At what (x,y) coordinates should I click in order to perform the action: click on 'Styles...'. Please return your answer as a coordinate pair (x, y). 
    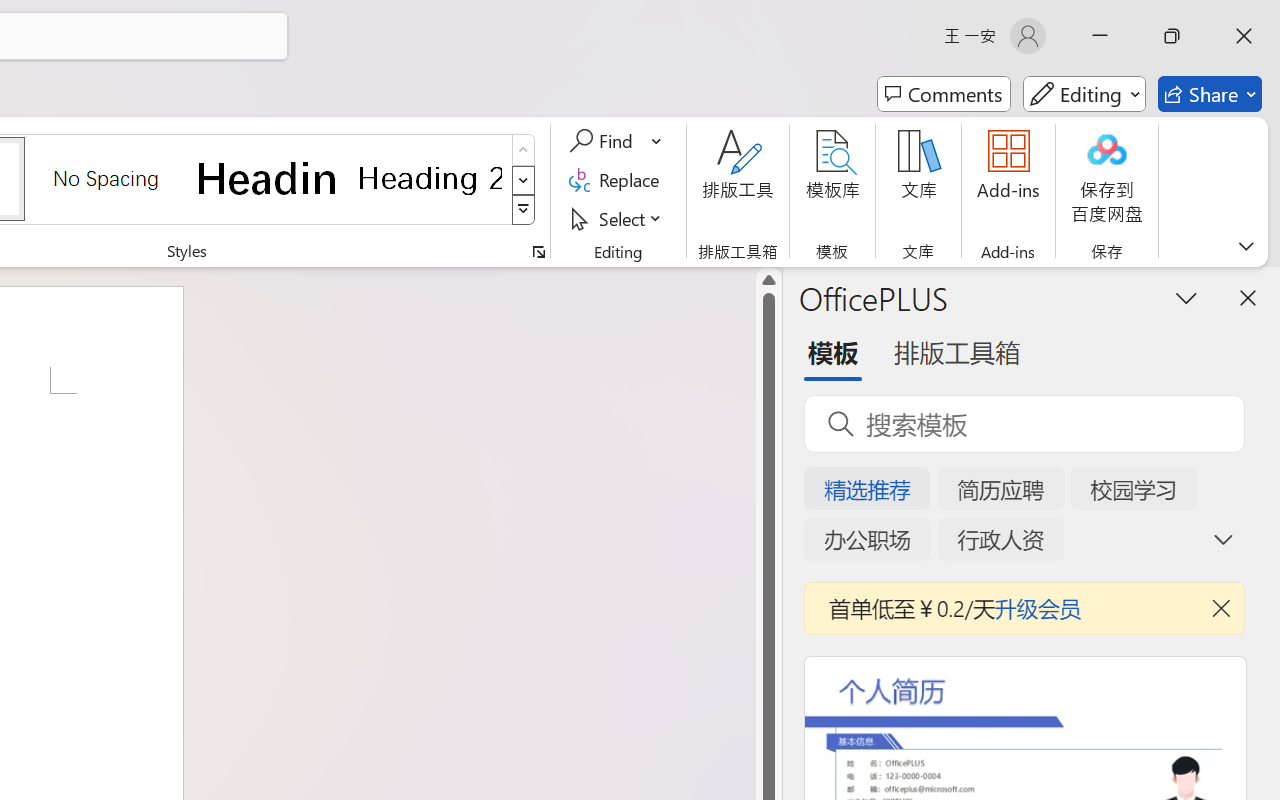
    Looking at the image, I should click on (538, 251).